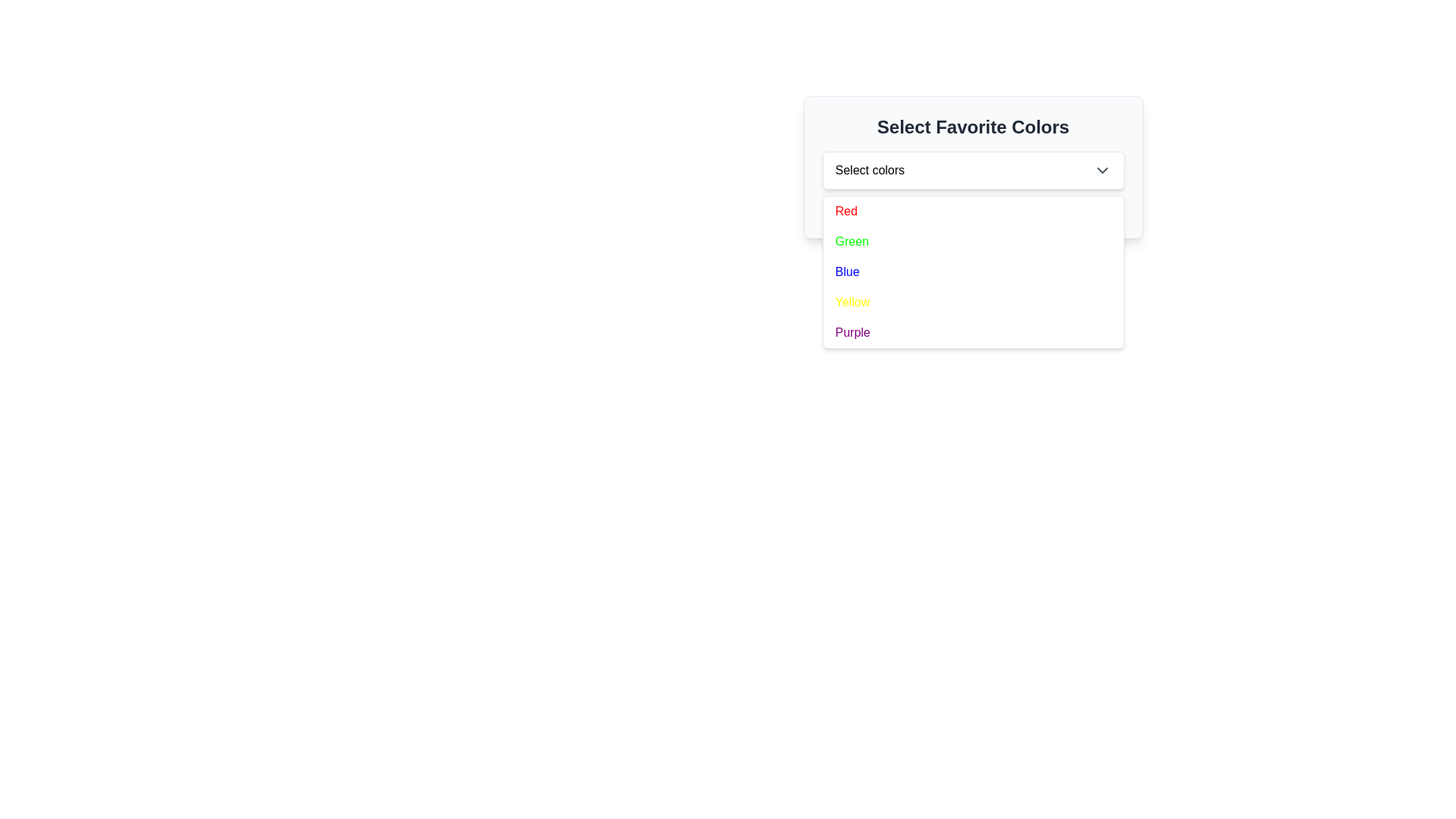  What do you see at coordinates (1102, 170) in the screenshot?
I see `the chevron icon located at the far-right end of the 'Select colors' input box` at bounding box center [1102, 170].